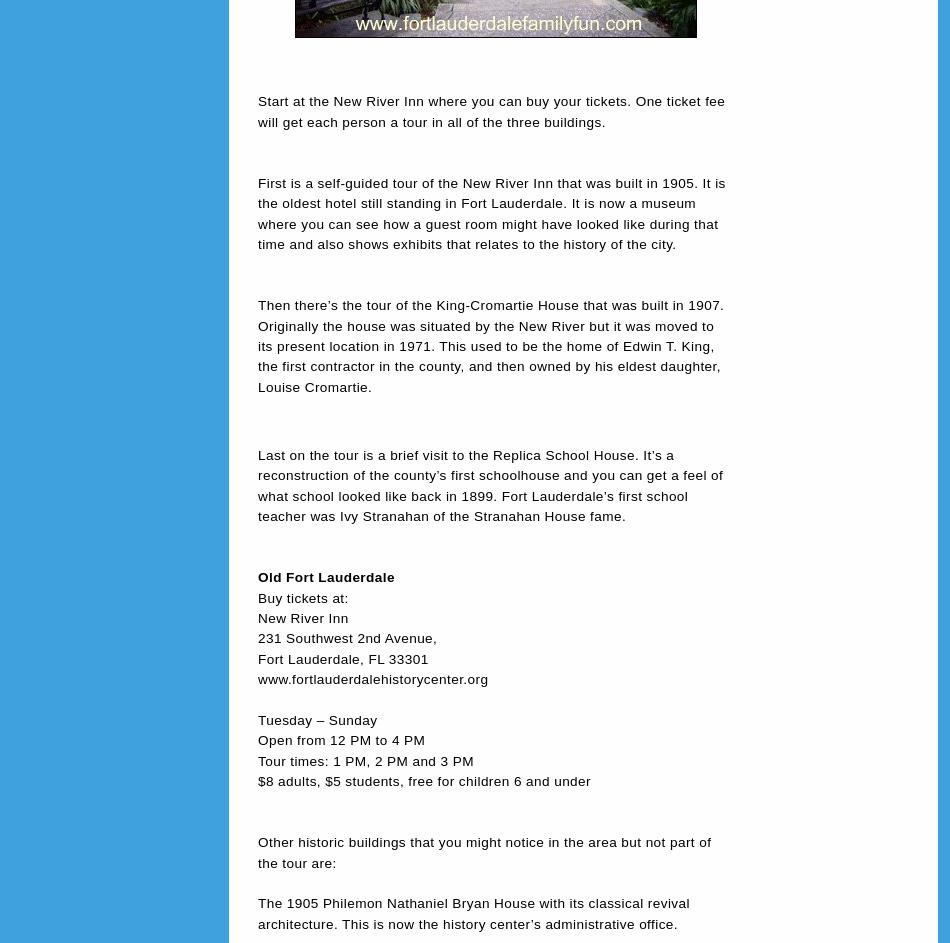 The image size is (950, 943). What do you see at coordinates (491, 111) in the screenshot?
I see `'Start at the New River Inn where you can buy your tickets. One ticket fee will get each person a tour in all of the three buildings.'` at bounding box center [491, 111].